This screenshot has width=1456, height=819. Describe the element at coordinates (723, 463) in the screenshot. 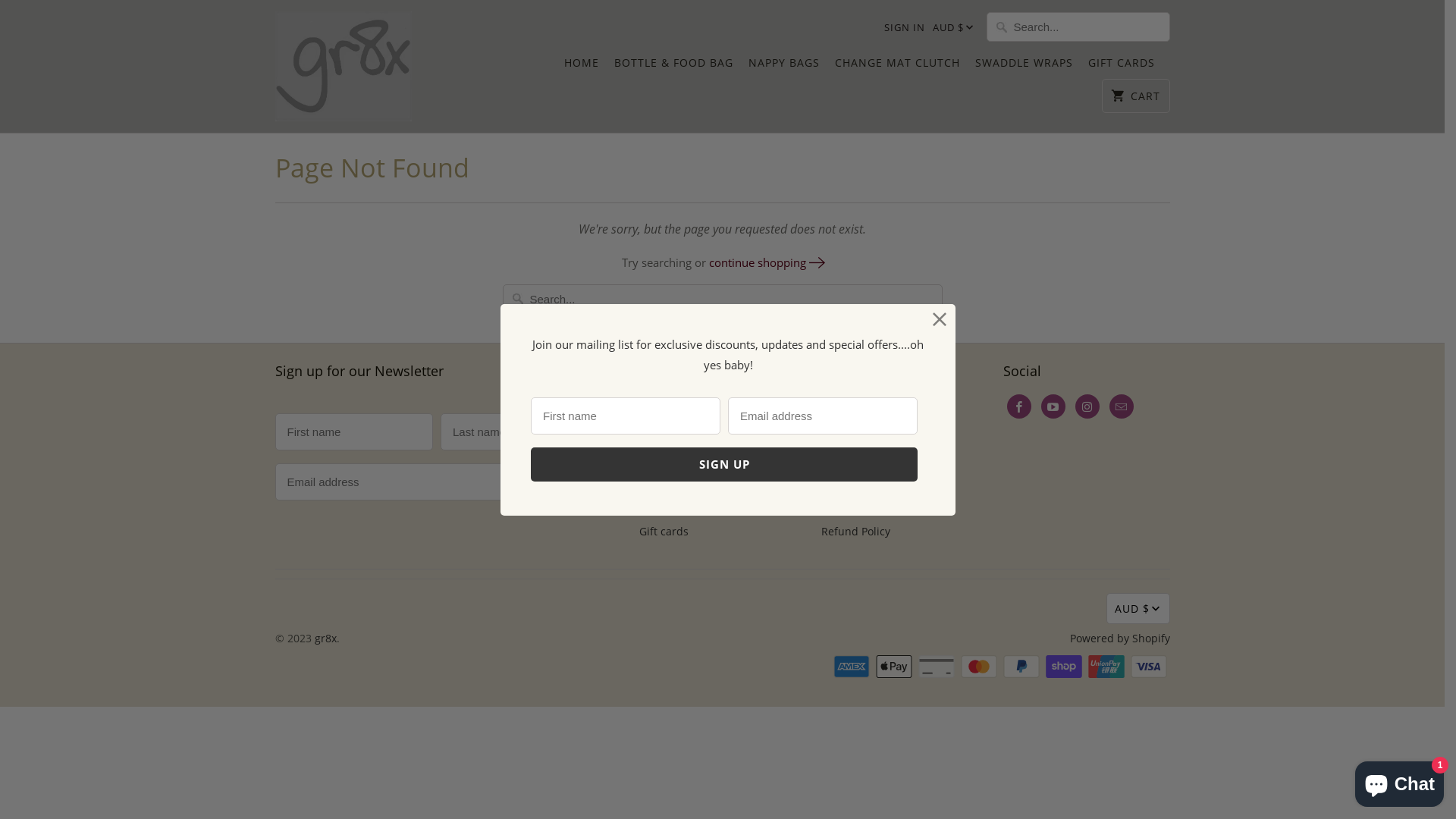

I see `'Sign Up'` at that location.